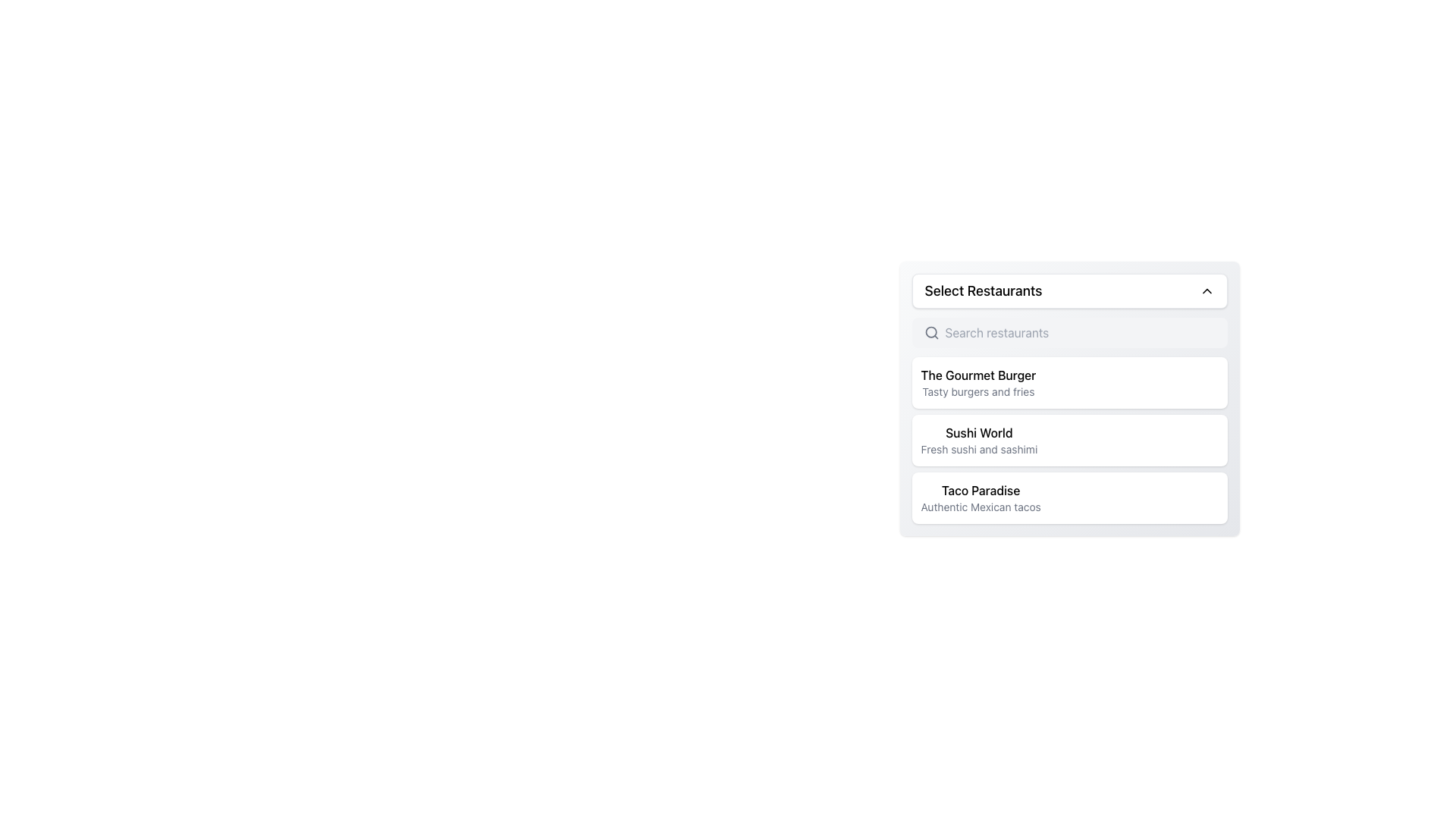 The image size is (1456, 819). Describe the element at coordinates (1068, 291) in the screenshot. I see `the Dropdown Trigger Button located at the top of the card-like section` at that location.